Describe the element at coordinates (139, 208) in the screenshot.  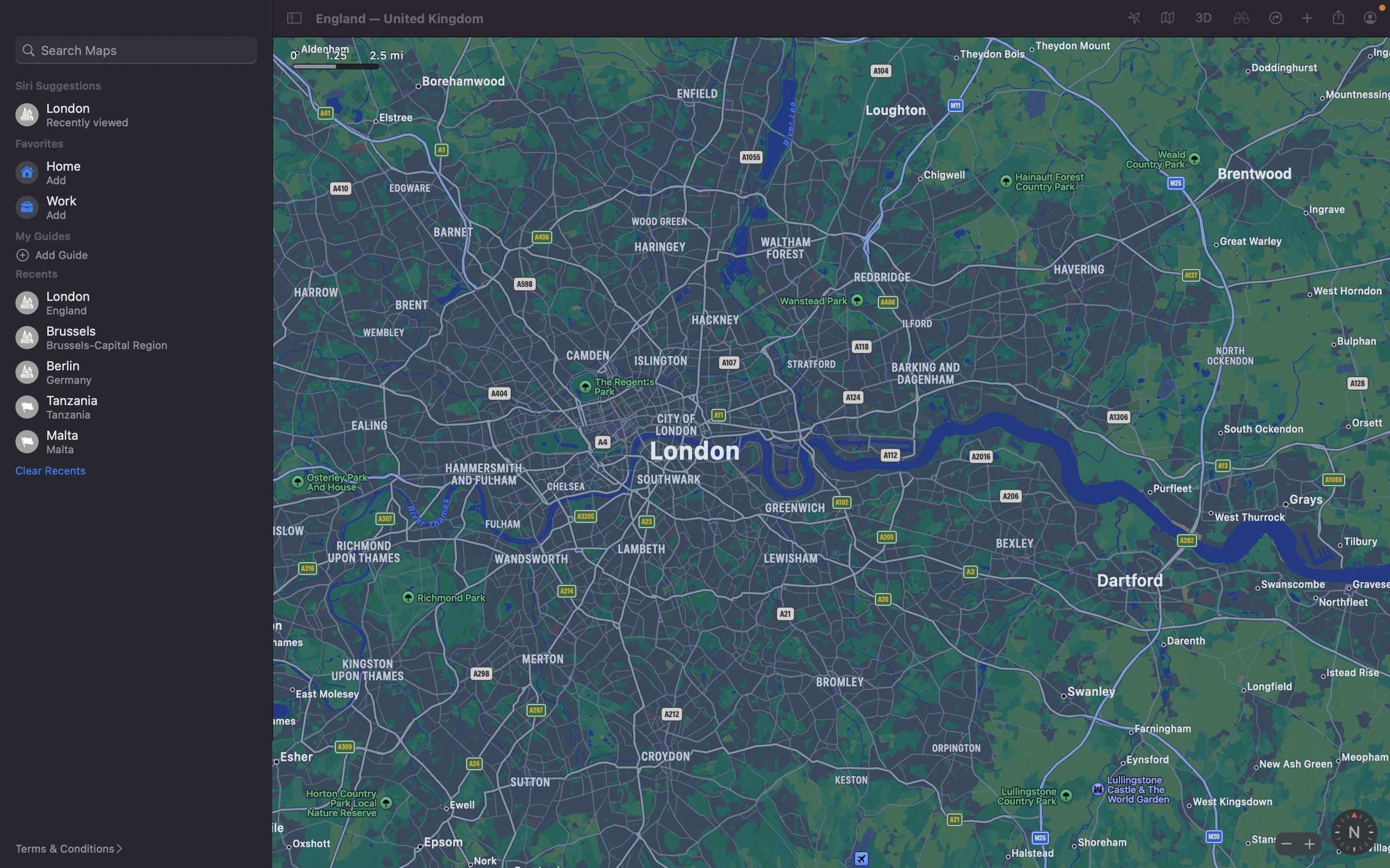
I see `Insert an amended professional space` at that location.